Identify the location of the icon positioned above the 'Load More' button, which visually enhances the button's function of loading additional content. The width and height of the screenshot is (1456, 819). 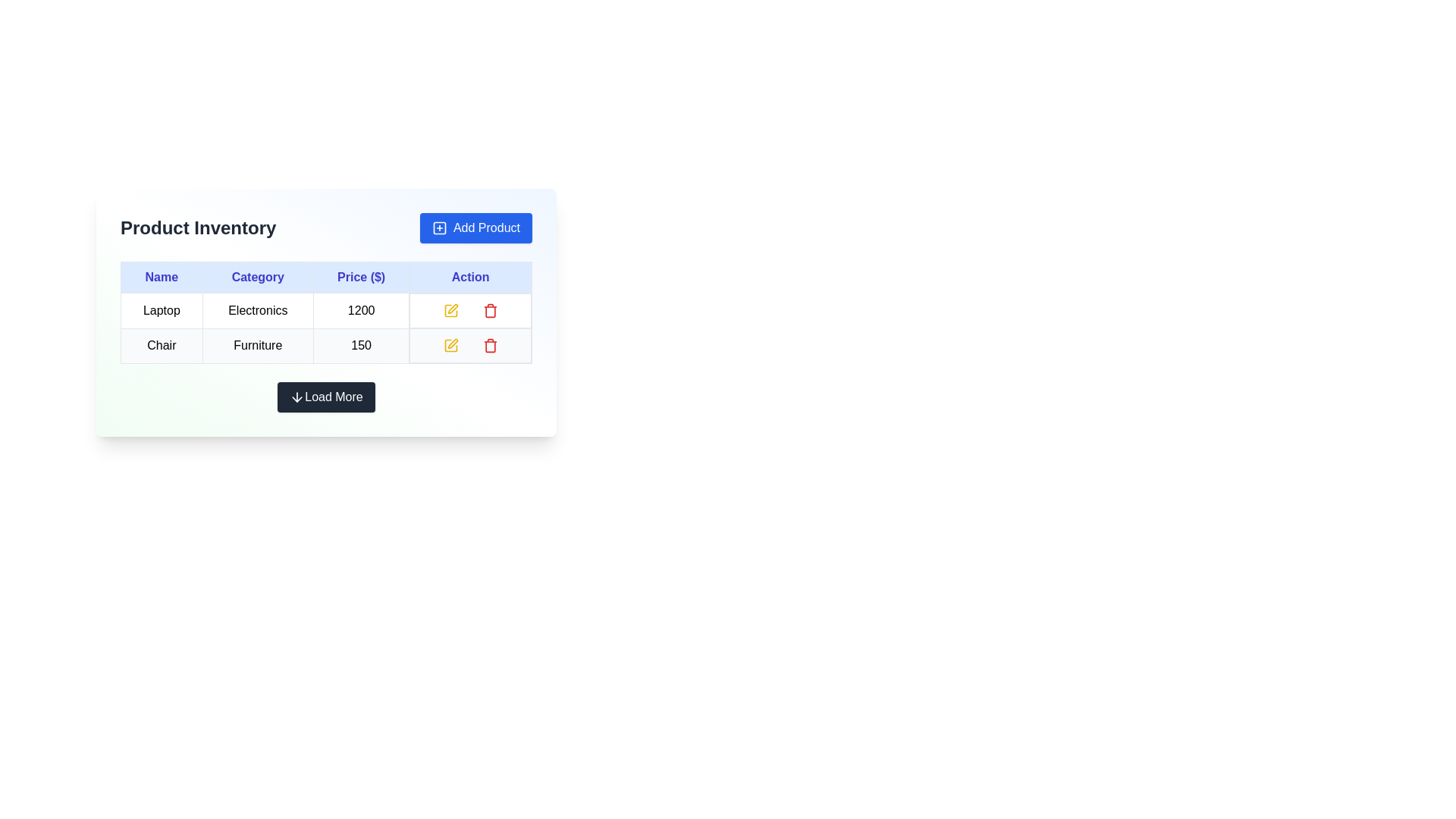
(297, 397).